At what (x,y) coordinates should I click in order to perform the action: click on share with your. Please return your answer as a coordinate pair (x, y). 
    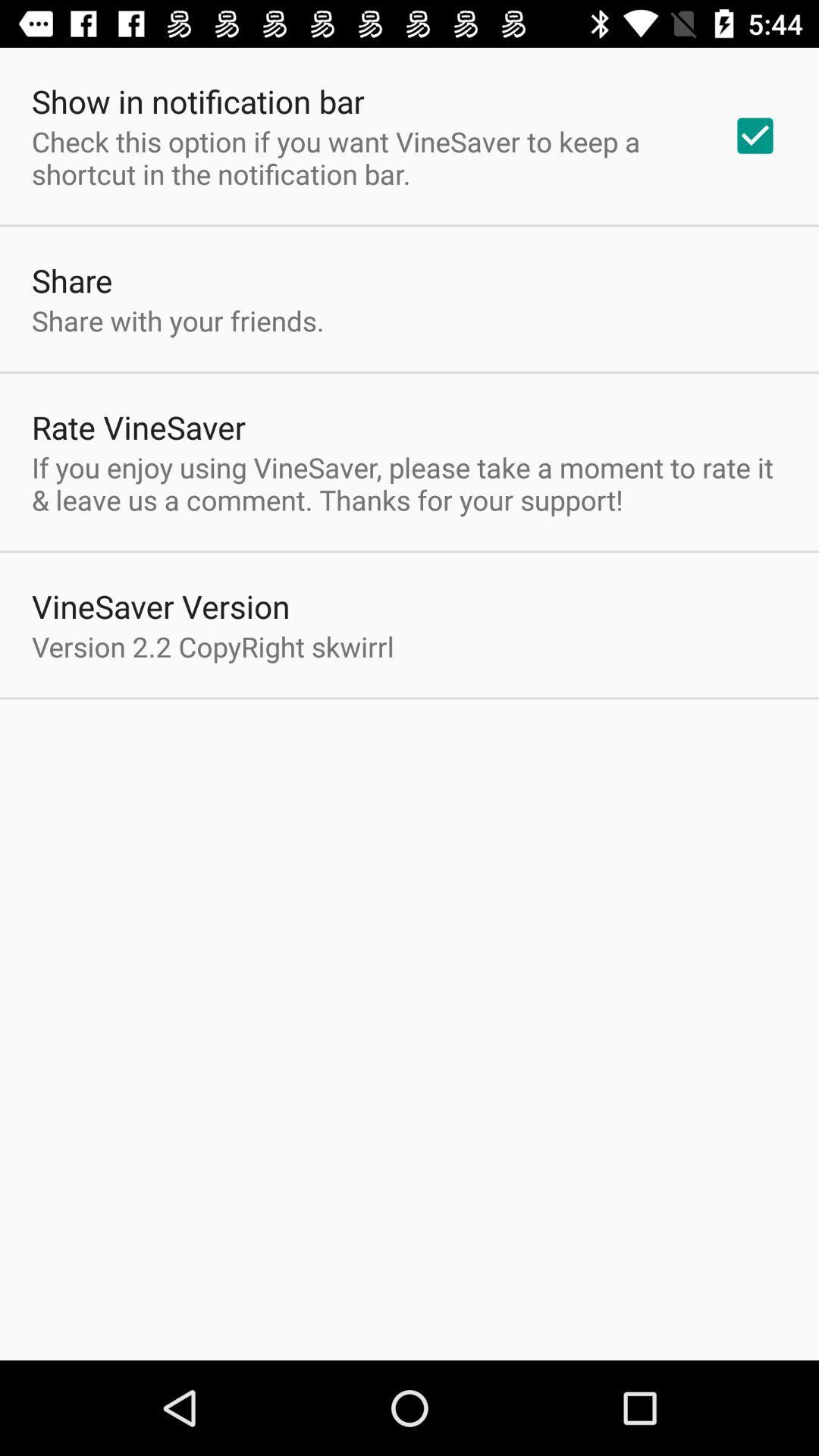
    Looking at the image, I should click on (177, 319).